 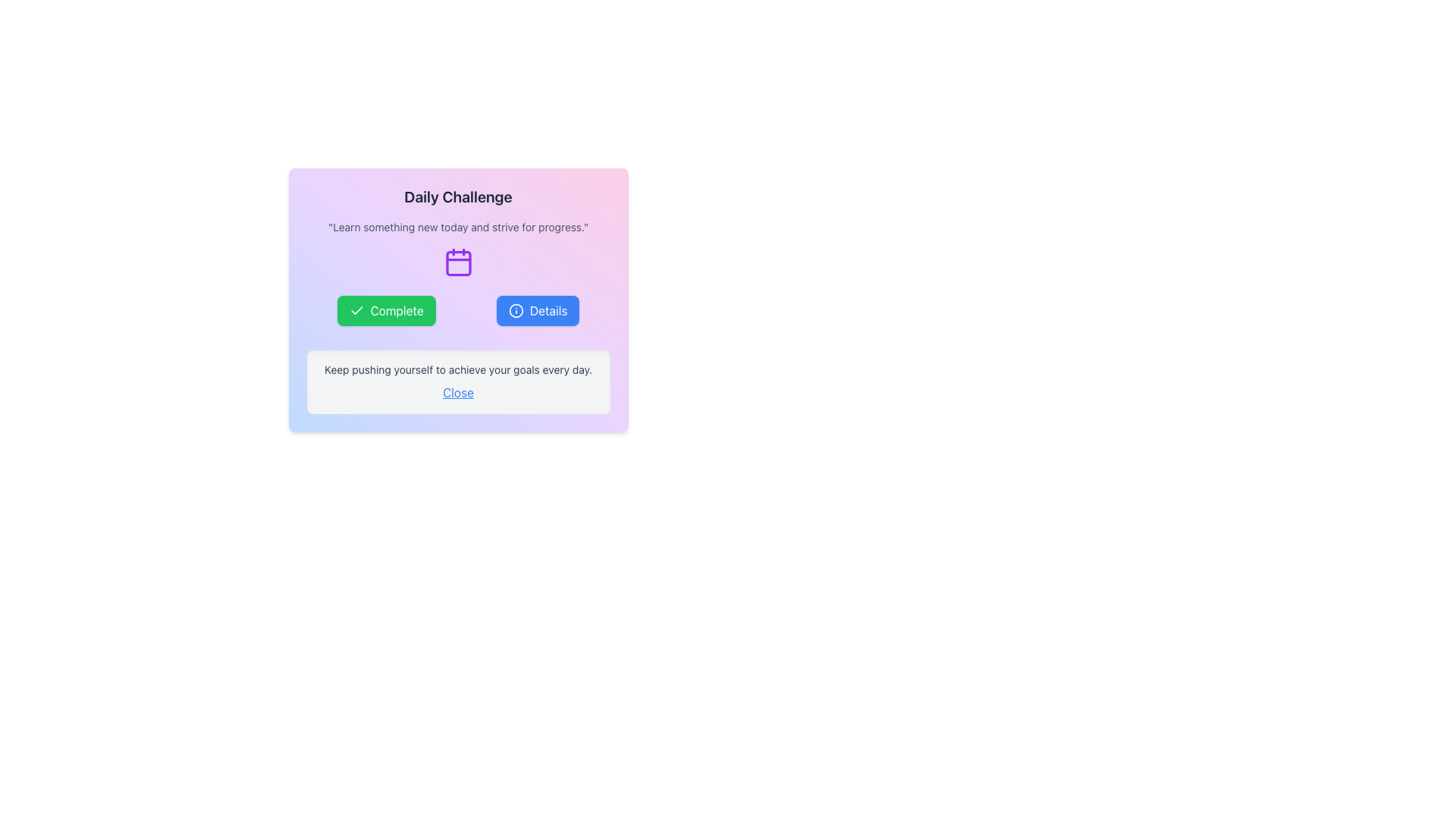 What do you see at coordinates (386, 309) in the screenshot?
I see `the button located in the central bottom section of the modal, to the left of the 'Details' button, to mark the task as completed` at bounding box center [386, 309].